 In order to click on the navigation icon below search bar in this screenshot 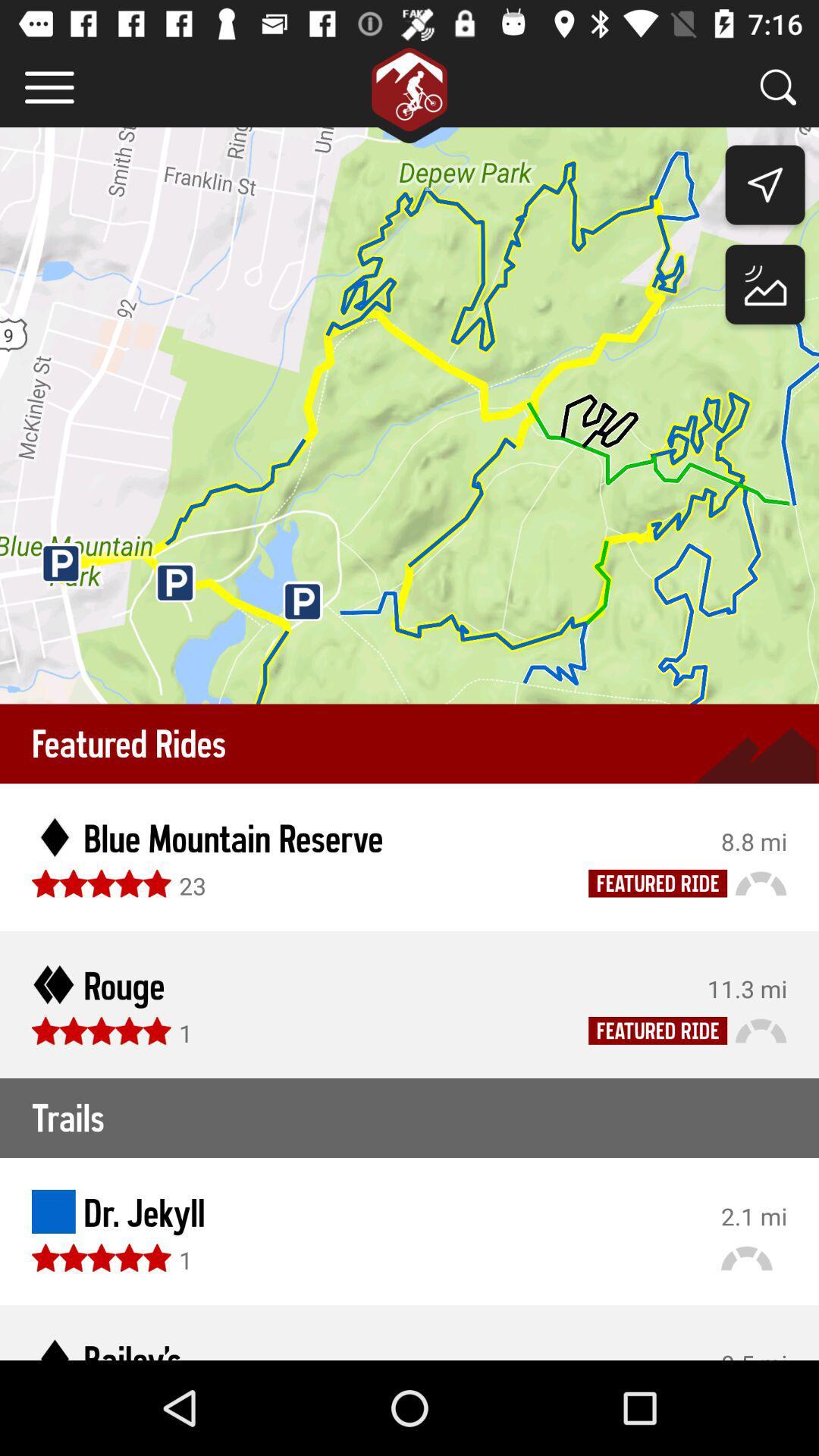, I will do `click(765, 188)`.